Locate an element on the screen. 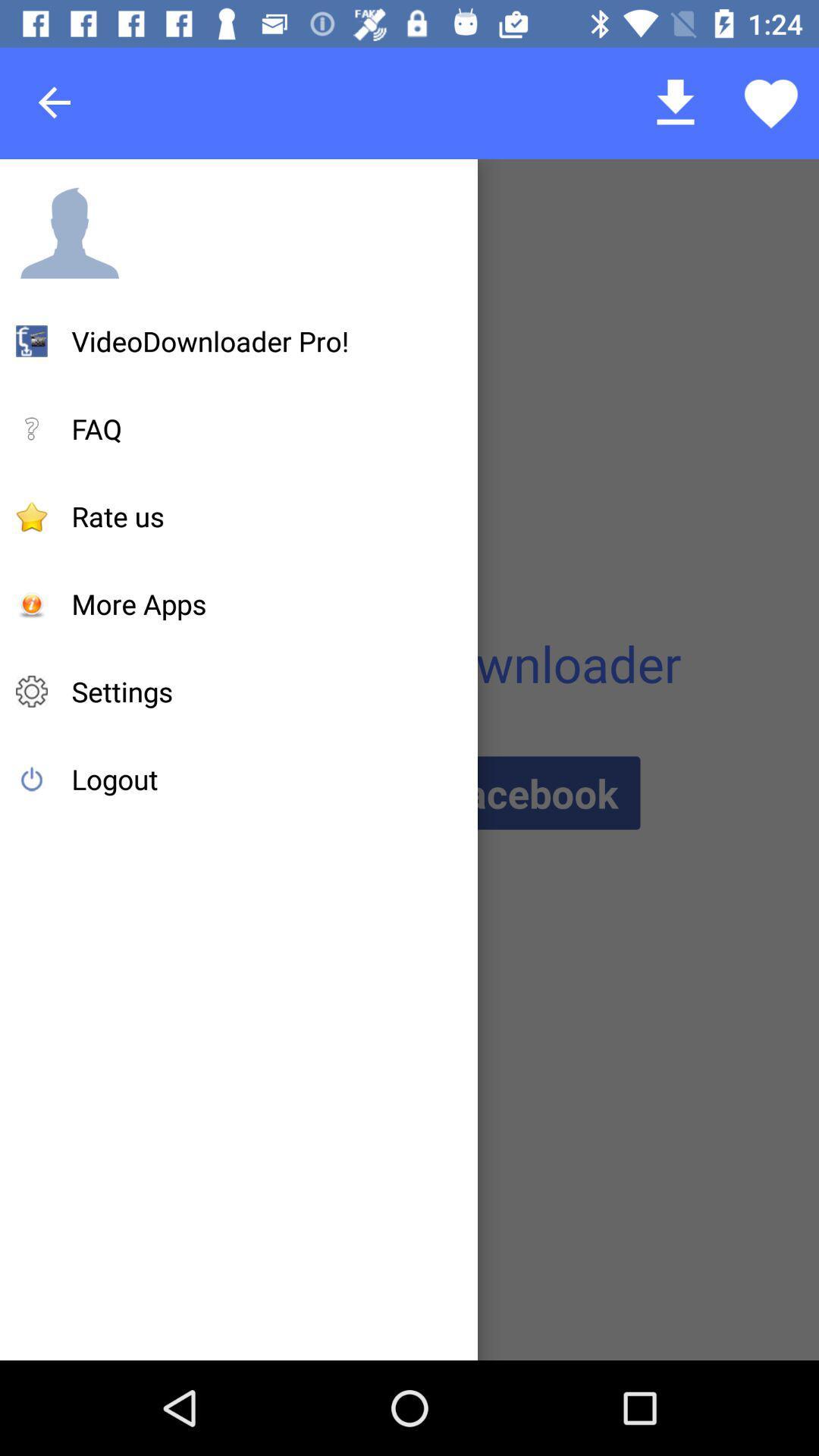 The image size is (819, 1456). the icon below settings is located at coordinates (114, 779).